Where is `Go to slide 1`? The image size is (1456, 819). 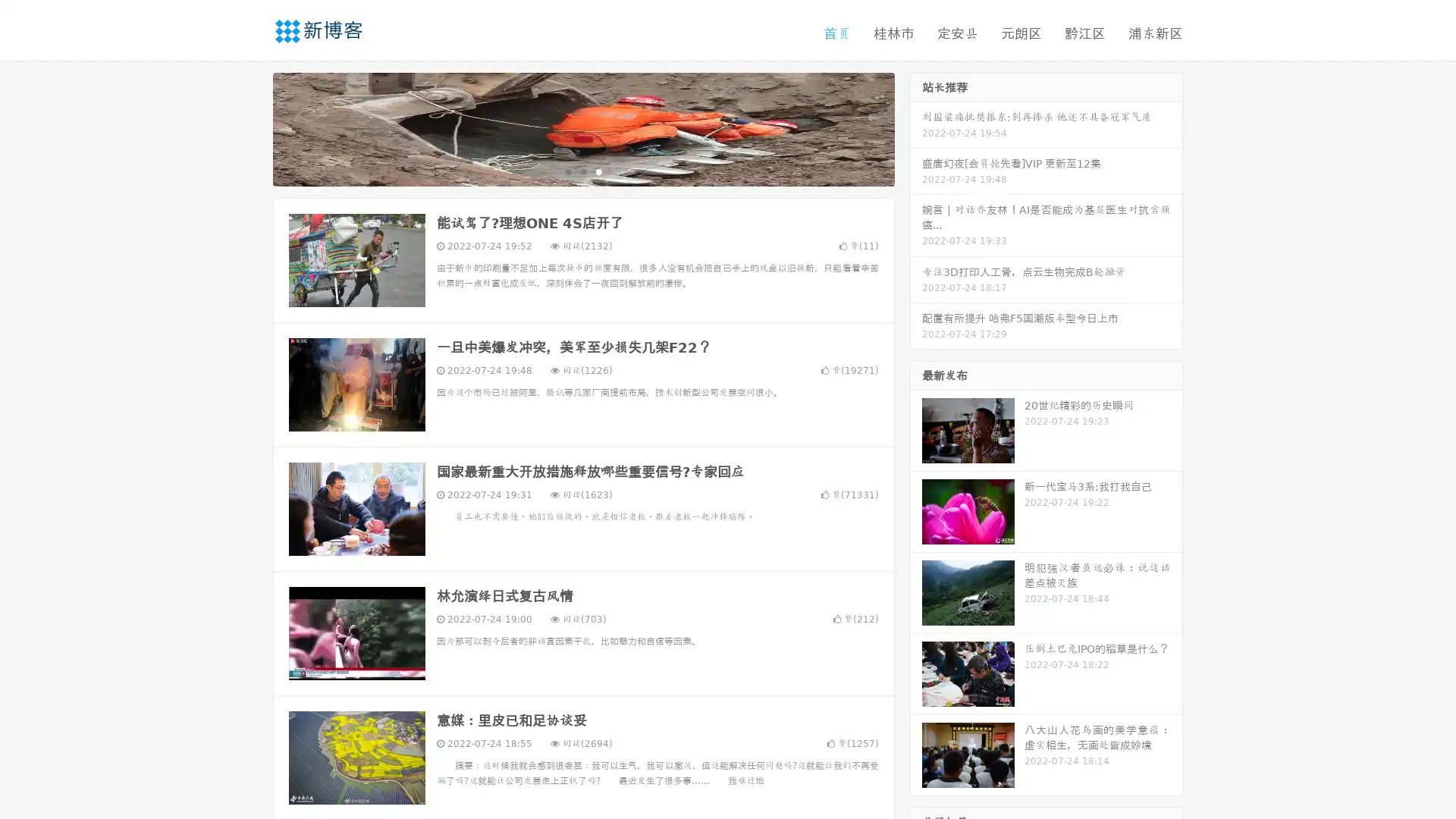 Go to slide 1 is located at coordinates (567, 171).